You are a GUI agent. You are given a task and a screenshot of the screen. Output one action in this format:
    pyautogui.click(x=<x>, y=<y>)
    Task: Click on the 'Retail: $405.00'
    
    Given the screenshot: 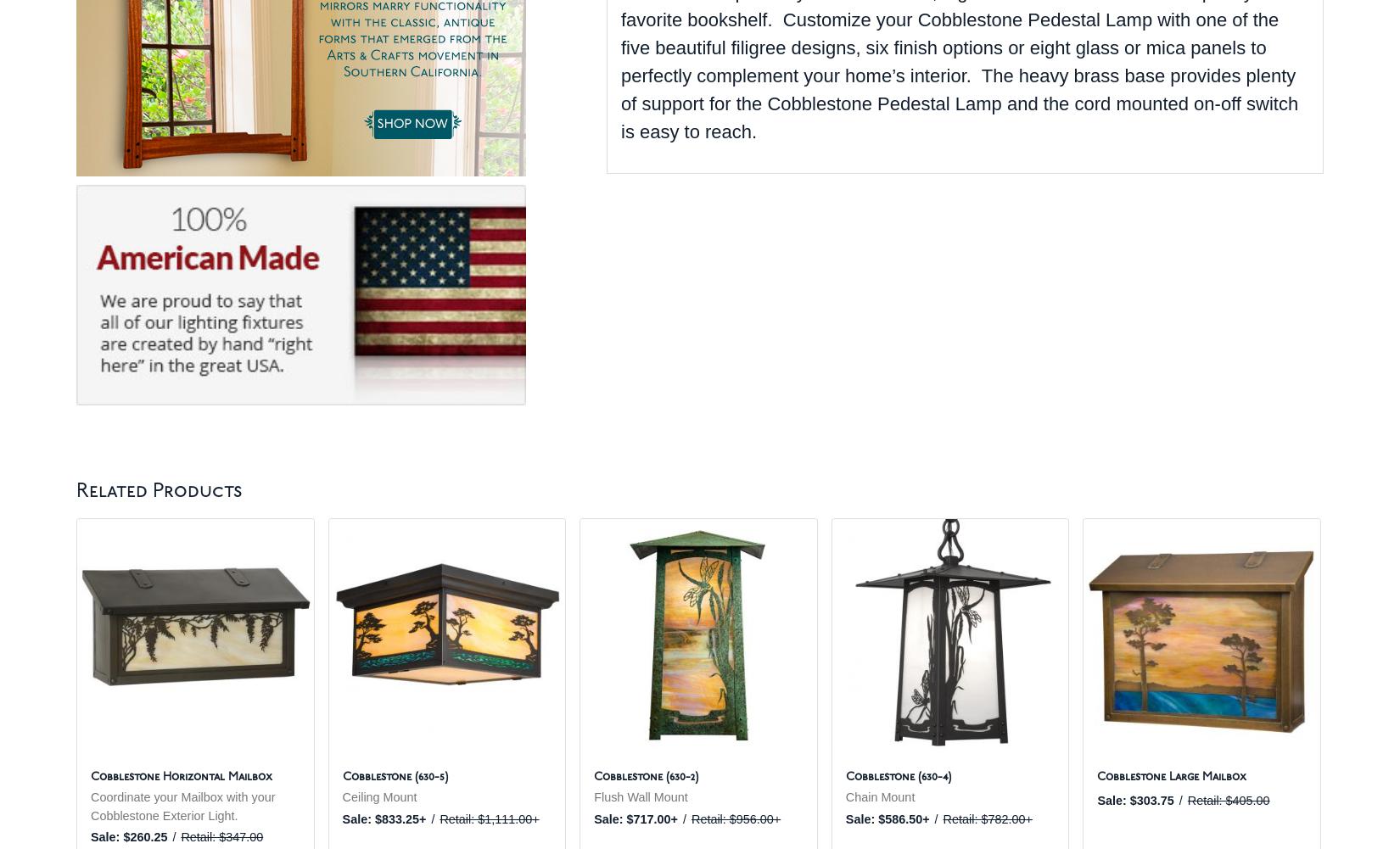 What is the action you would take?
    pyautogui.click(x=1227, y=800)
    